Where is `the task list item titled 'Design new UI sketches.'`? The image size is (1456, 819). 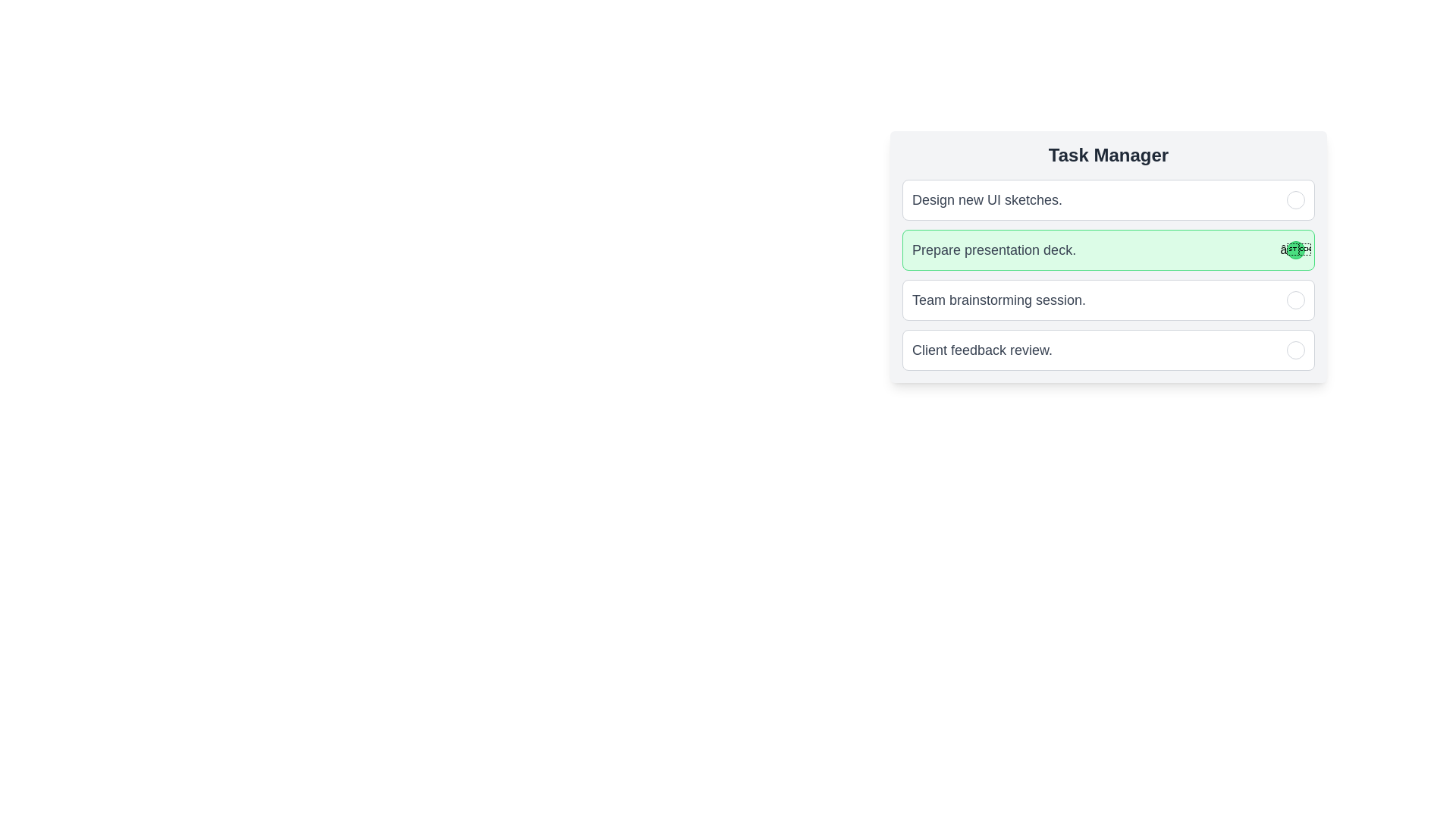 the task list item titled 'Design new UI sketches.' is located at coordinates (1109, 199).